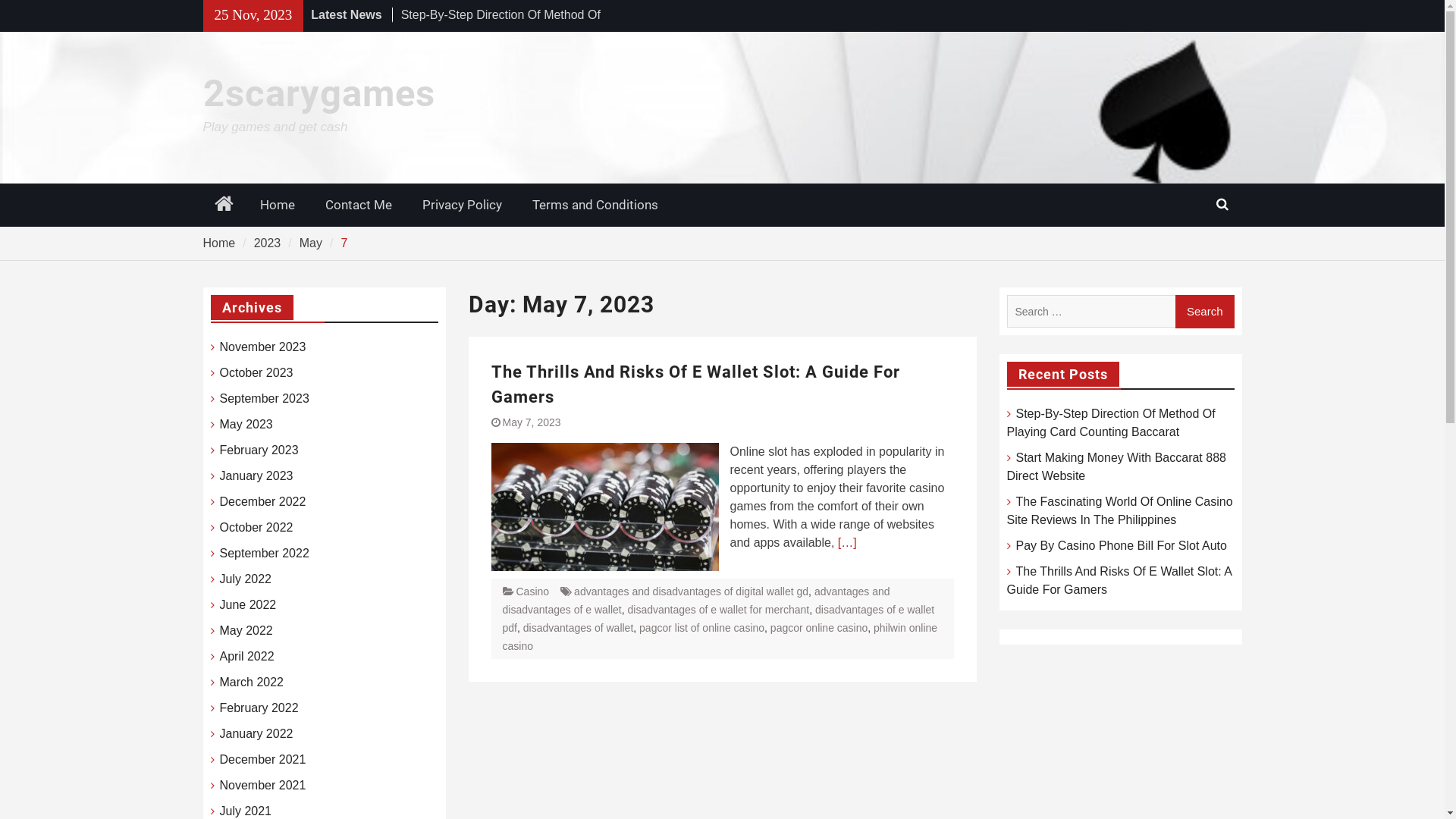 The width and height of the screenshot is (1456, 819). Describe the element at coordinates (246, 631) in the screenshot. I see `'May 2022'` at that location.